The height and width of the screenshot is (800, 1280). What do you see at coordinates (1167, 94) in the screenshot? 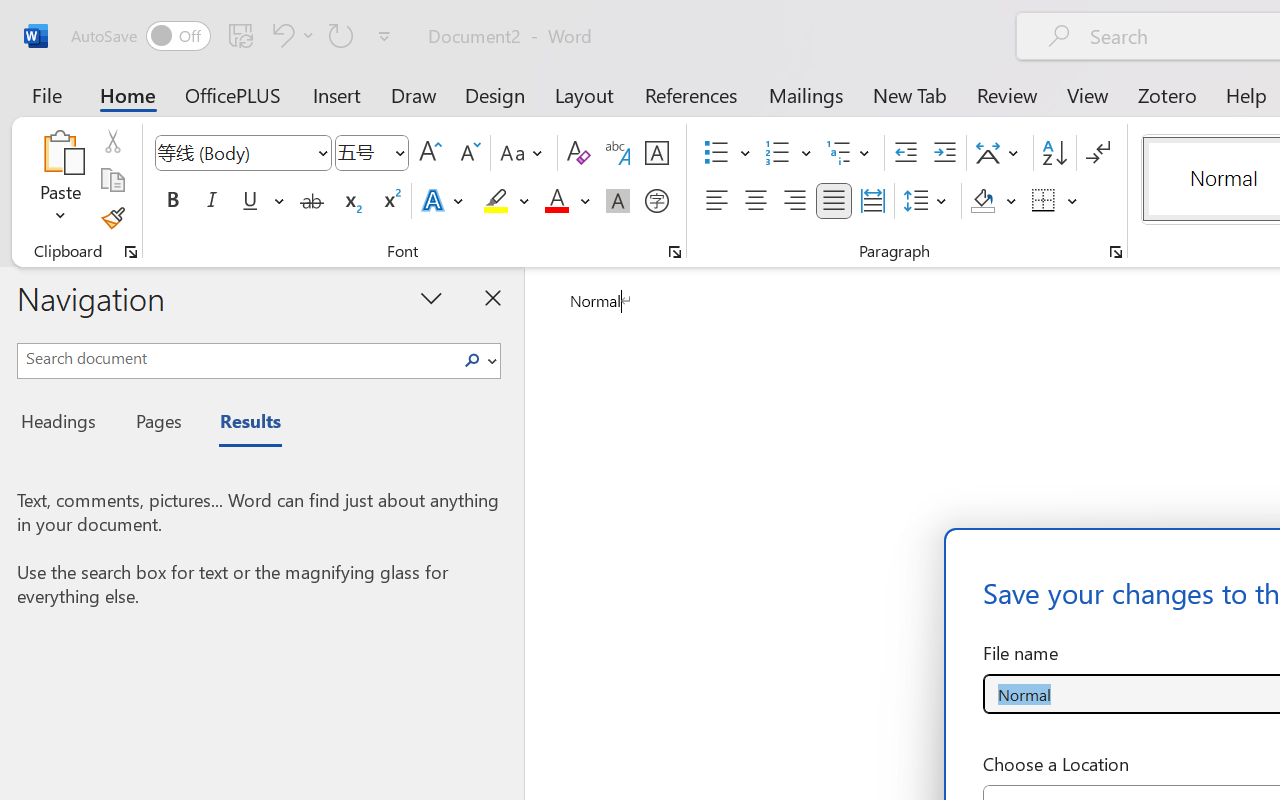
I see `'Zotero'` at bounding box center [1167, 94].